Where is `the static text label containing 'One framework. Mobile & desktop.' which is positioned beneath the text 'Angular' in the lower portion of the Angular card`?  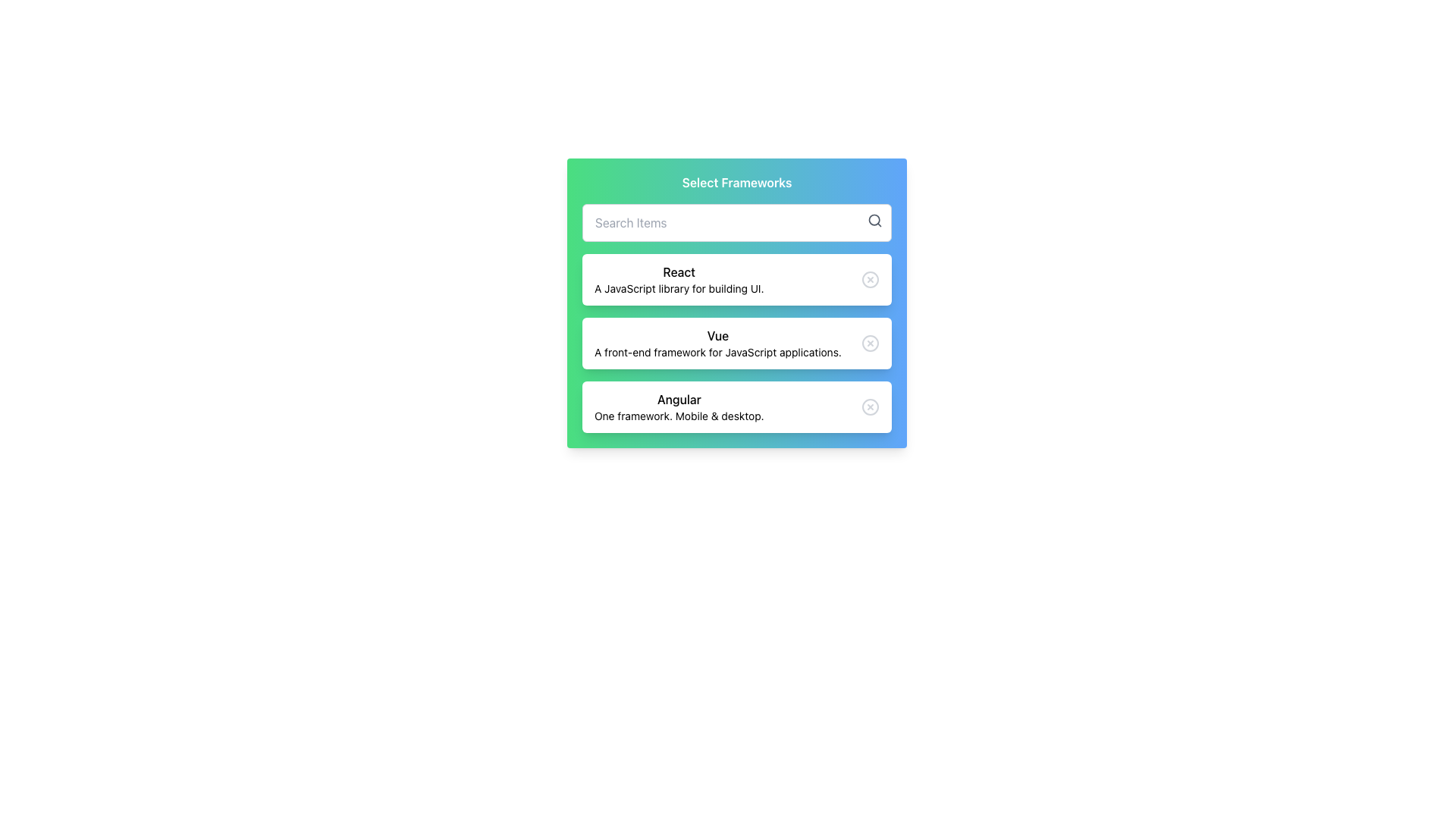
the static text label containing 'One framework. Mobile & desktop.' which is positioned beneath the text 'Angular' in the lower portion of the Angular card is located at coordinates (678, 416).